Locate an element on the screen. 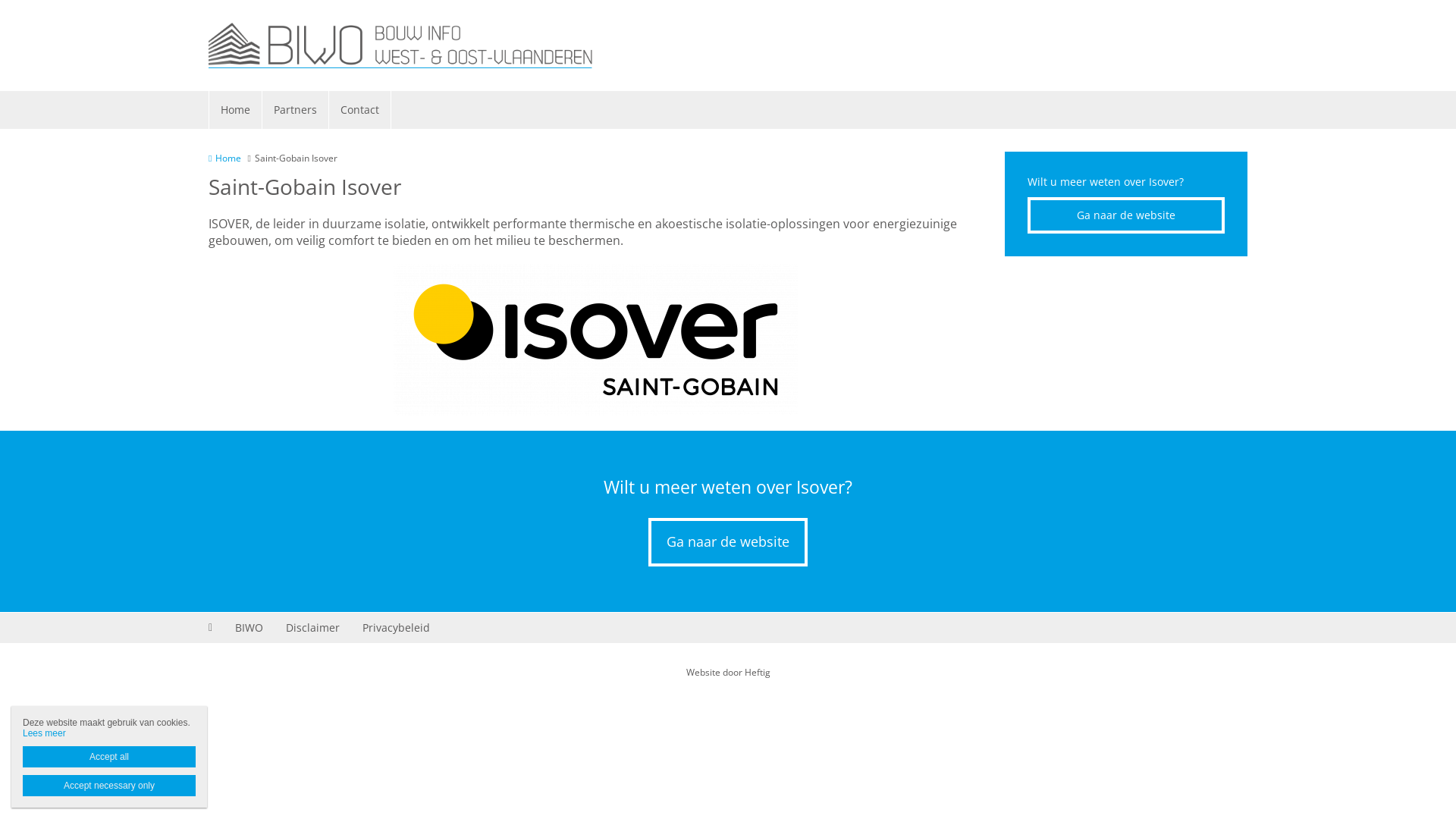  'Partners' is located at coordinates (295, 109).